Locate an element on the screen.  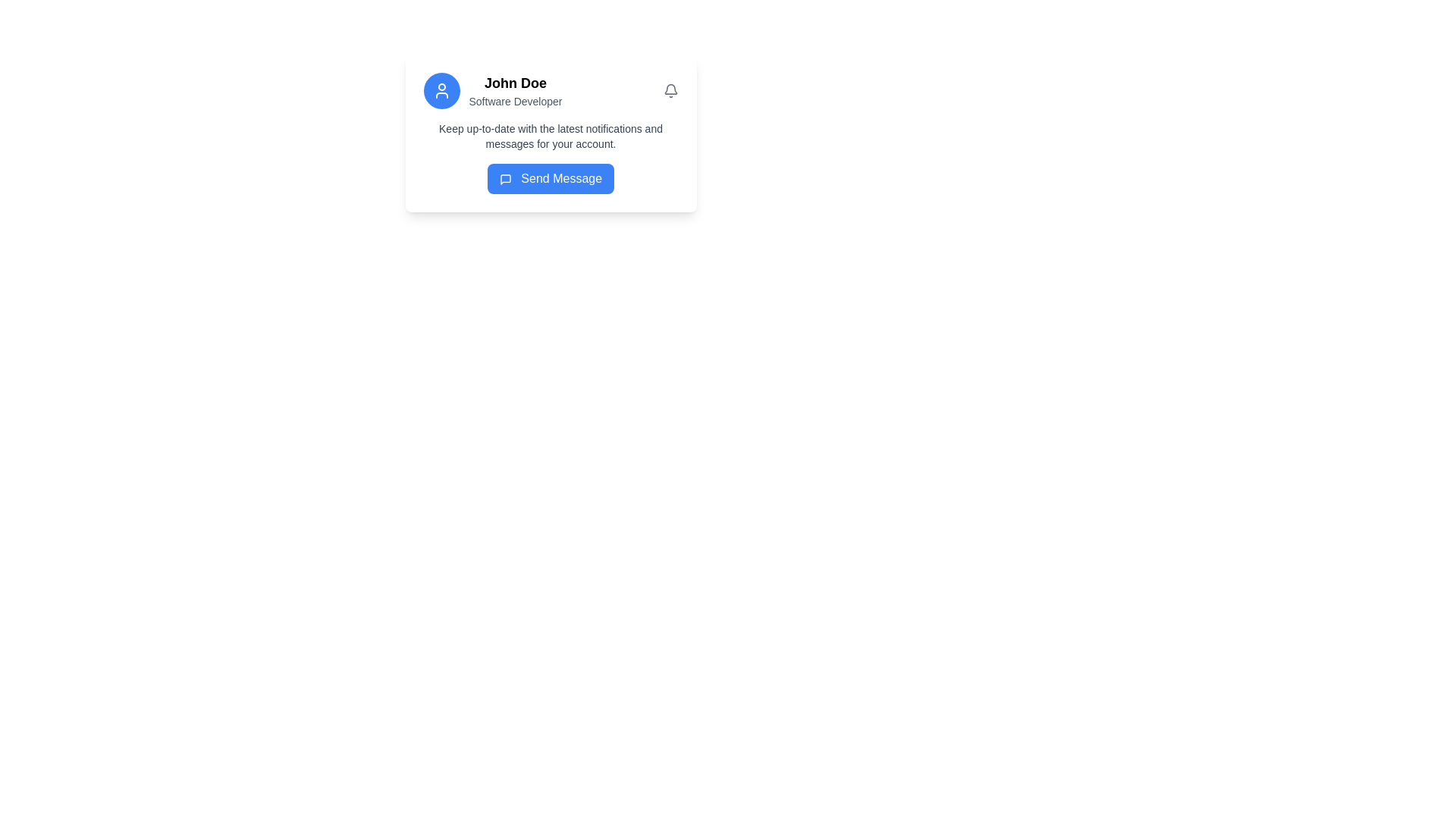
the blue 'Send Message' button area that contains the message speech bubble icon, located at the bottom center of the card interface is located at coordinates (505, 178).